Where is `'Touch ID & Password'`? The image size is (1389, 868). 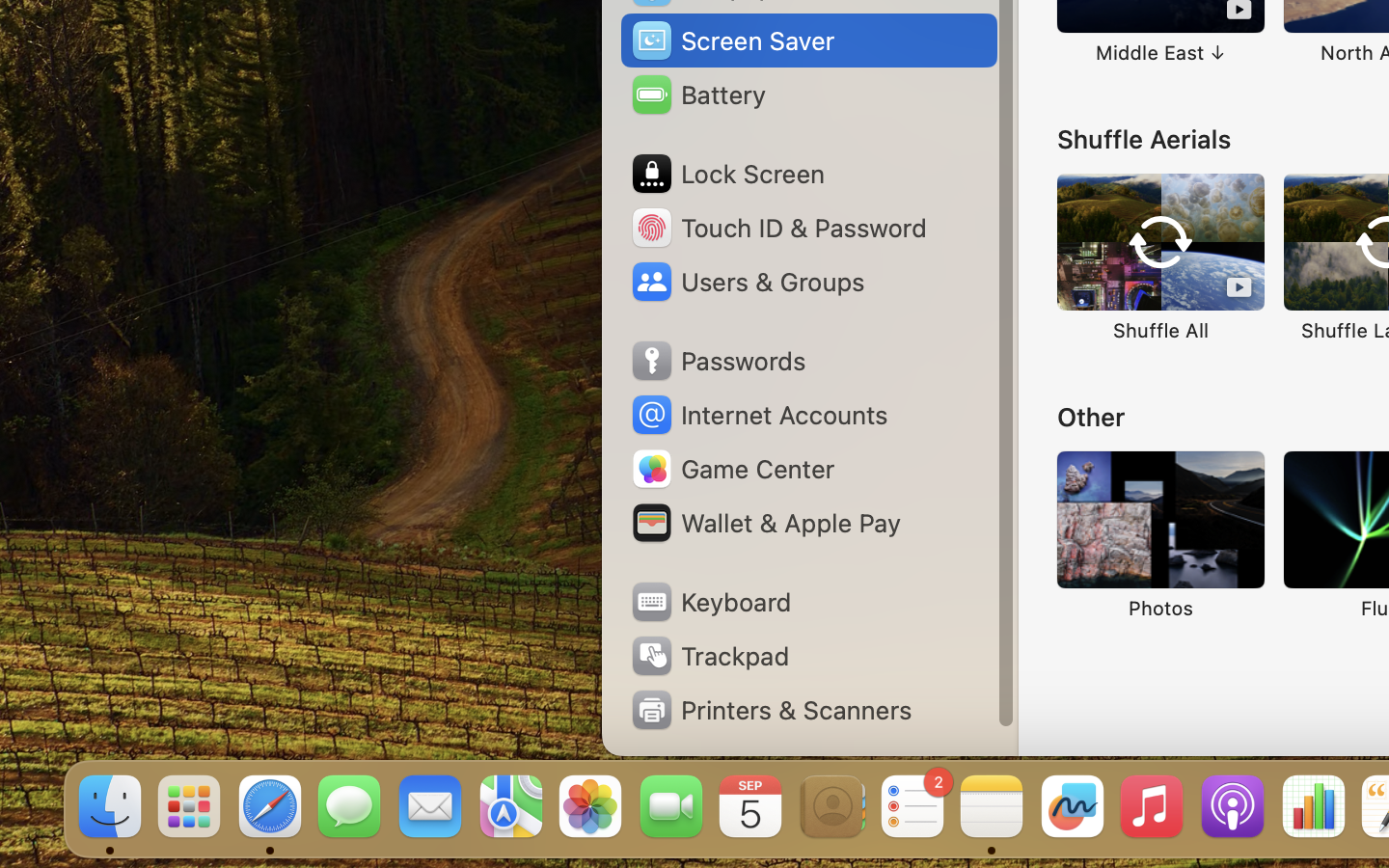
'Touch ID & Password' is located at coordinates (777, 226).